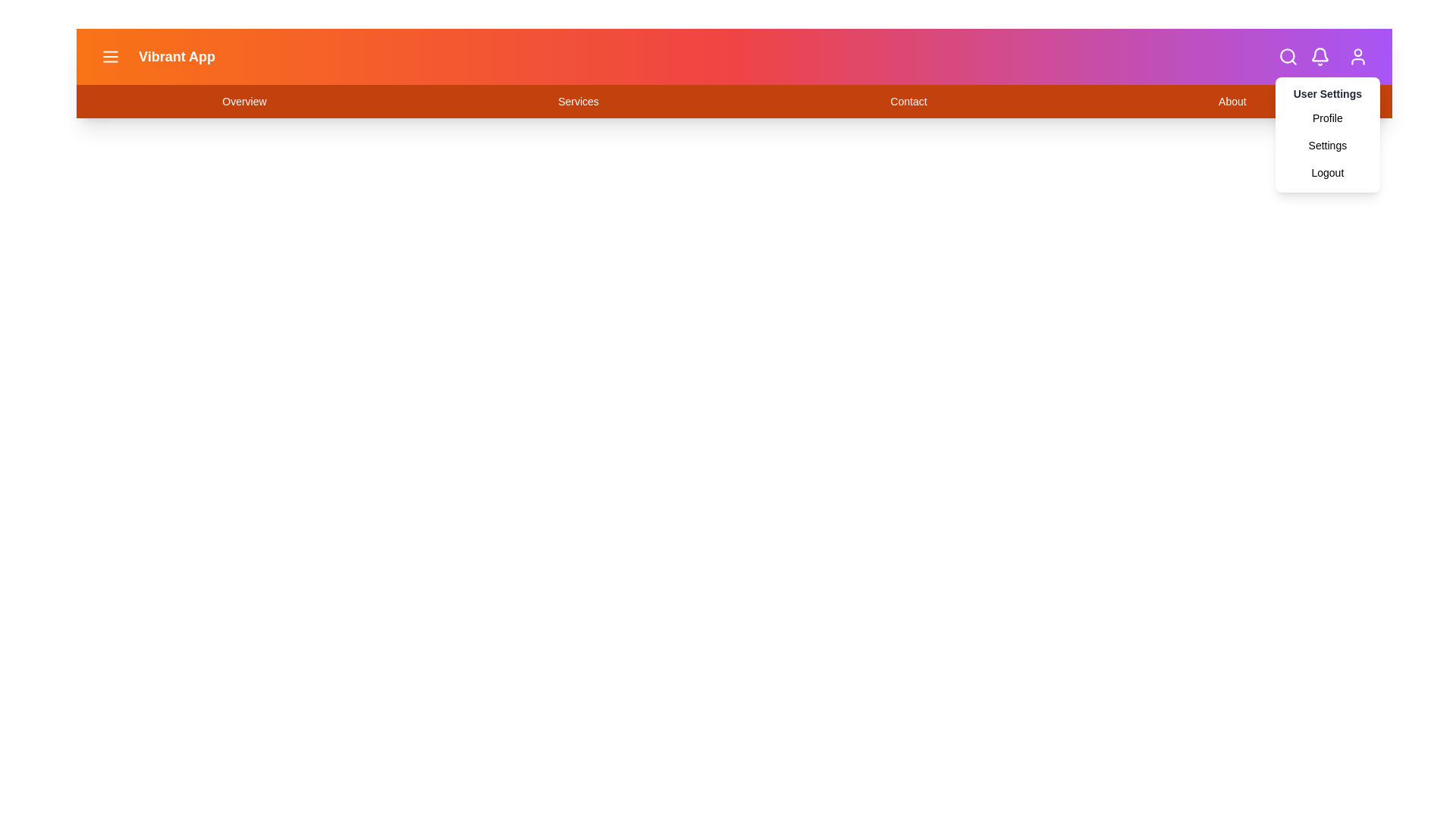 The height and width of the screenshot is (819, 1456). Describe the element at coordinates (1326, 117) in the screenshot. I see `the Profile option from the user settings dropdown` at that location.